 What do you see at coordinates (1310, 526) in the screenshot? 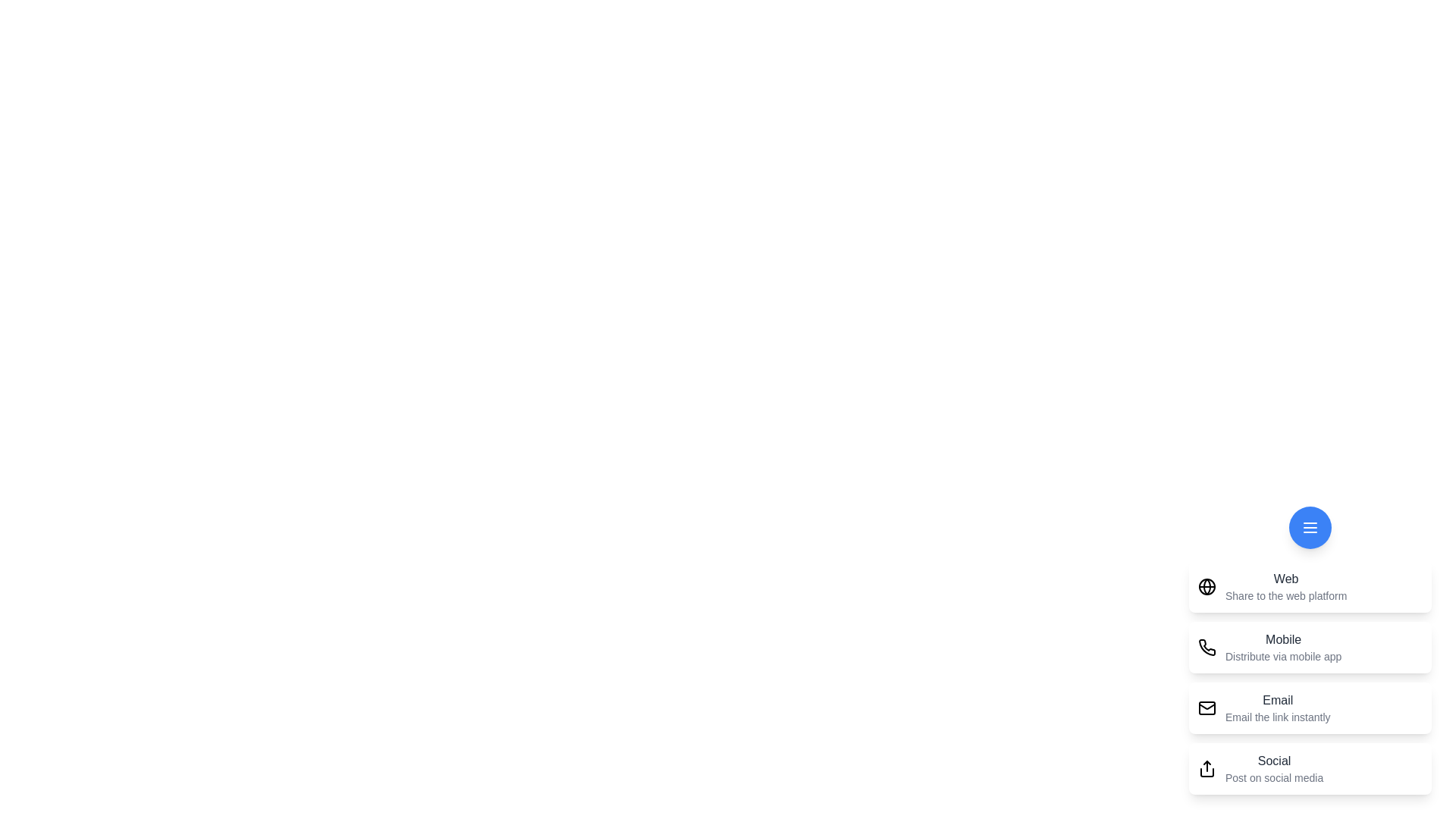
I see `the speed dial toggle button to toggle the menu` at bounding box center [1310, 526].